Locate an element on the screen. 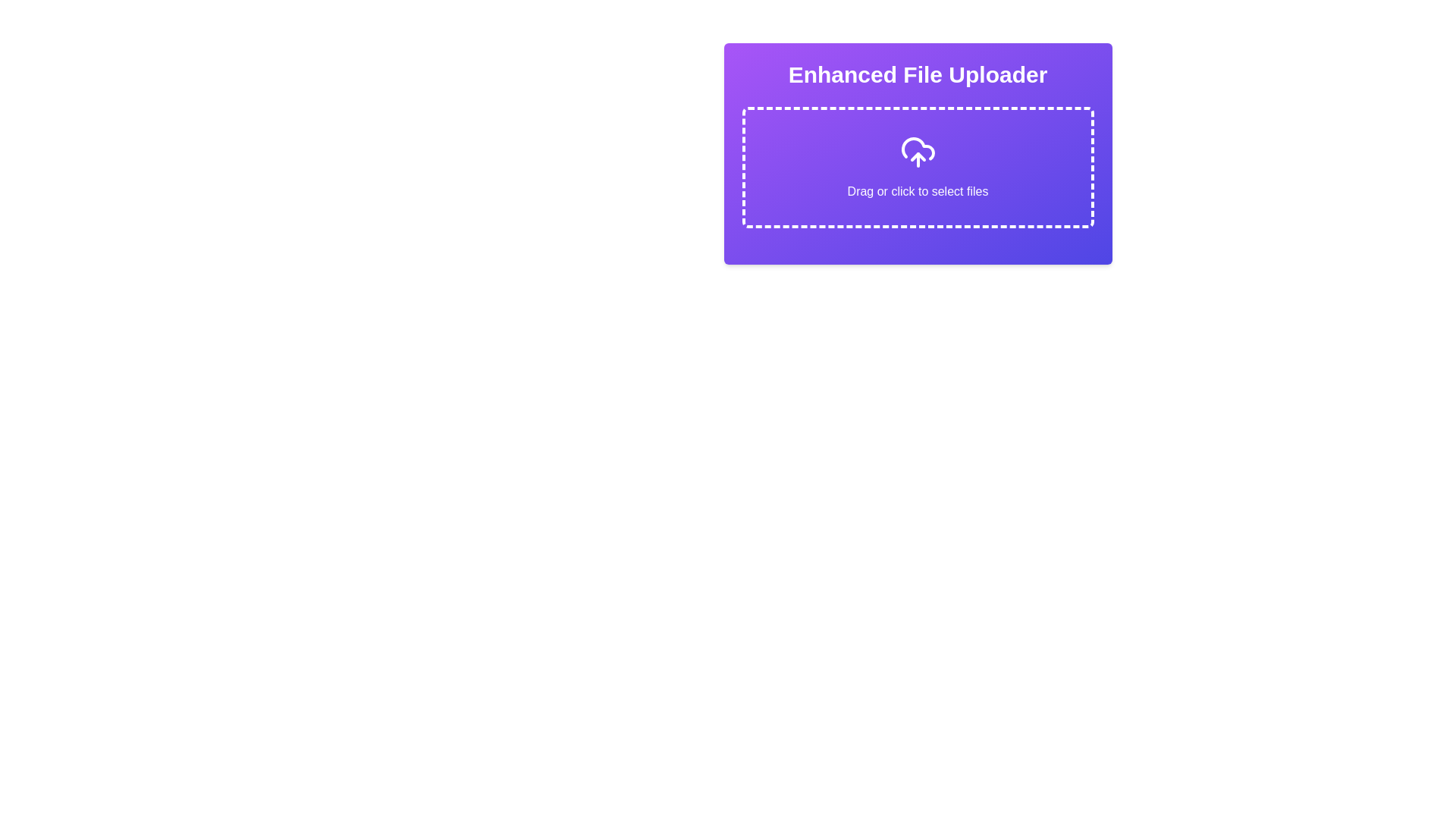 This screenshot has height=819, width=1456. the title text 'Enhanced File Uploader', which is bold, large, and white, centered within its purple gradient background is located at coordinates (917, 75).